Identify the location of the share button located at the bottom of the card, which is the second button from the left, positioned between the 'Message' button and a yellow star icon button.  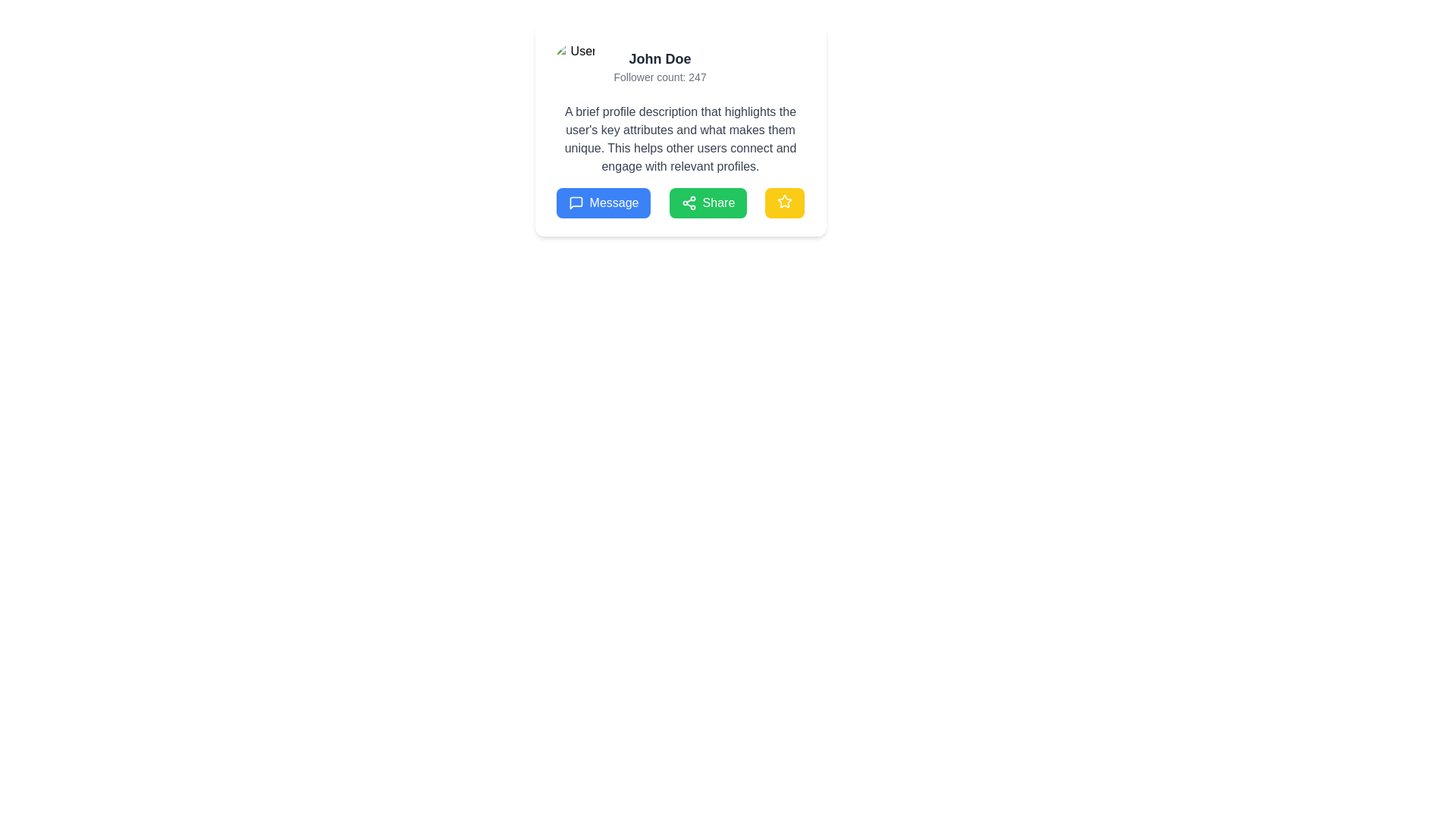
(679, 202).